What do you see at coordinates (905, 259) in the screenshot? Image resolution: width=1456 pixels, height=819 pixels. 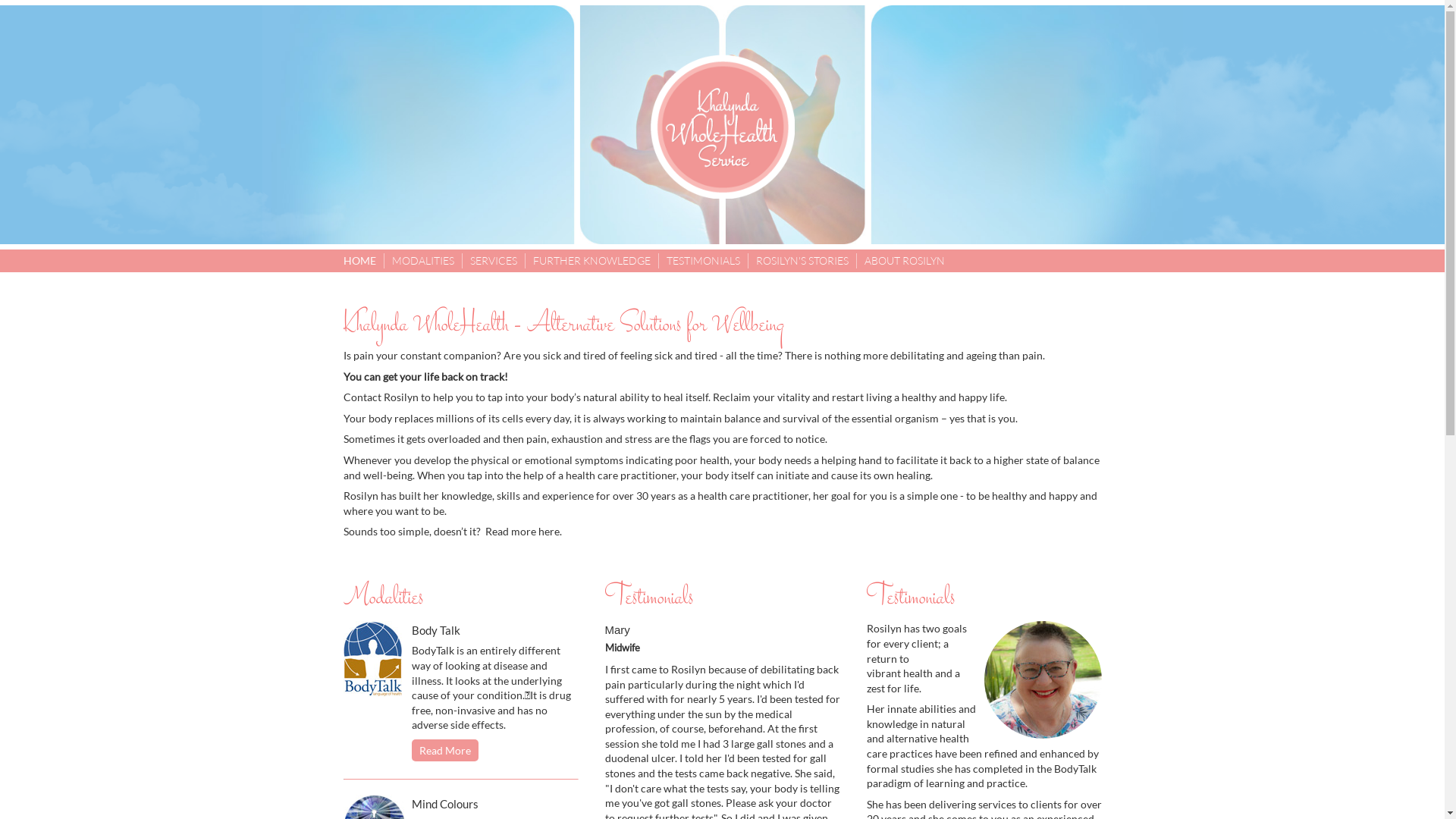 I see `'ABOUT ROSILYN'` at bounding box center [905, 259].